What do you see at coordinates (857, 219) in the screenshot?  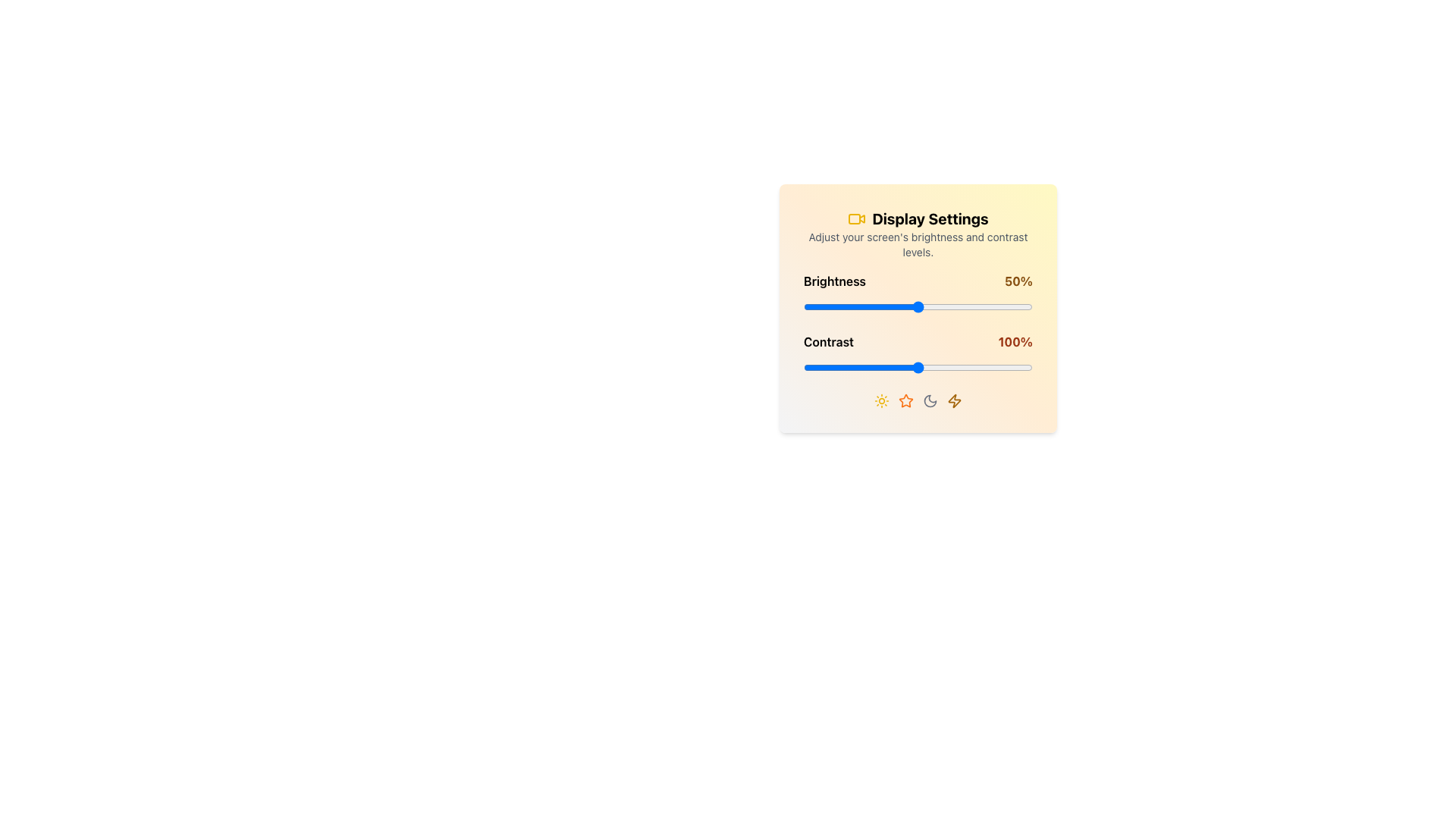 I see `the icon representing video-related settings in the header section of the 'Display Settings' panel, located to the left of the text 'Display Settings'` at bounding box center [857, 219].